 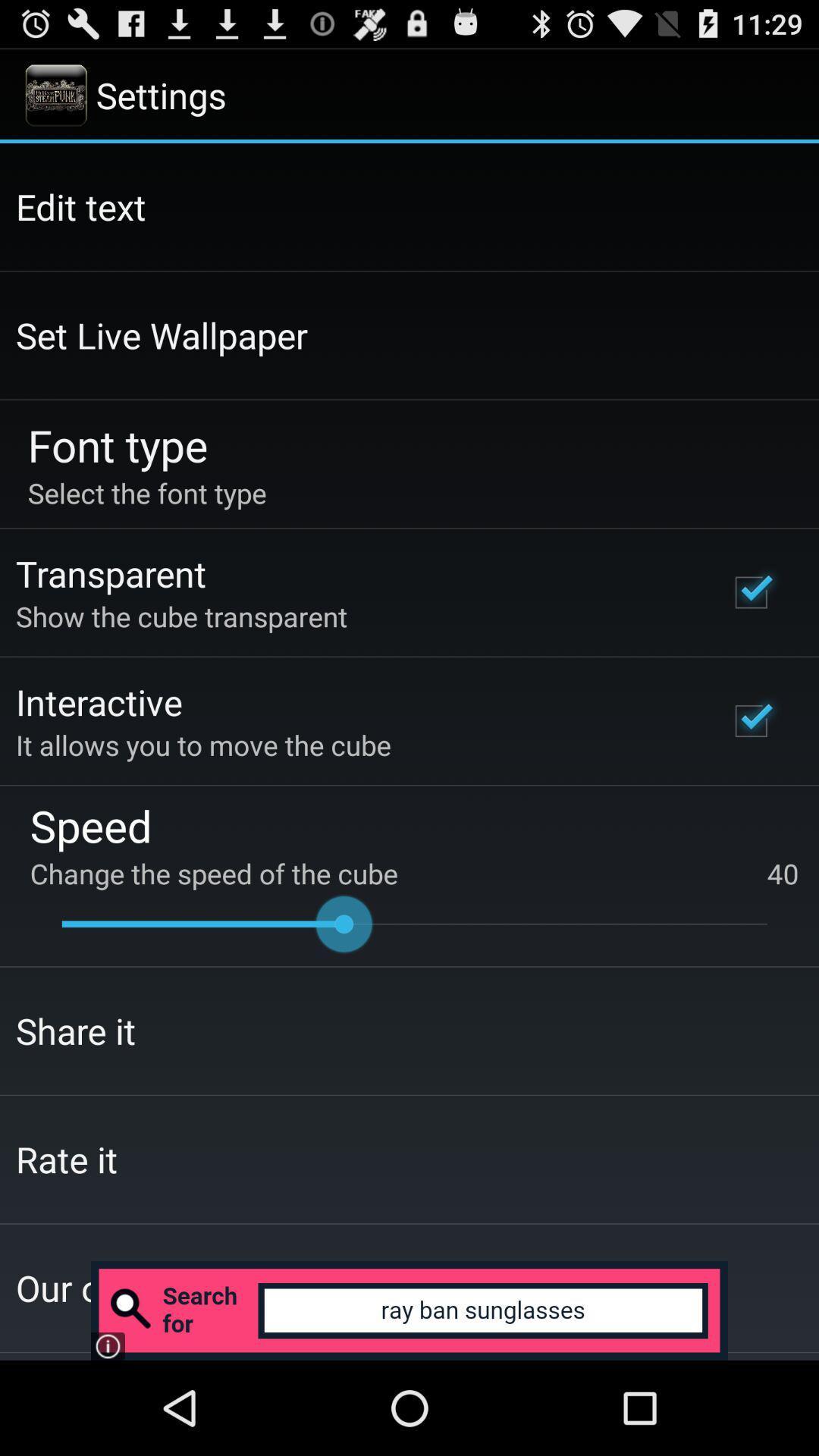 What do you see at coordinates (99, 701) in the screenshot?
I see `interactive icon` at bounding box center [99, 701].